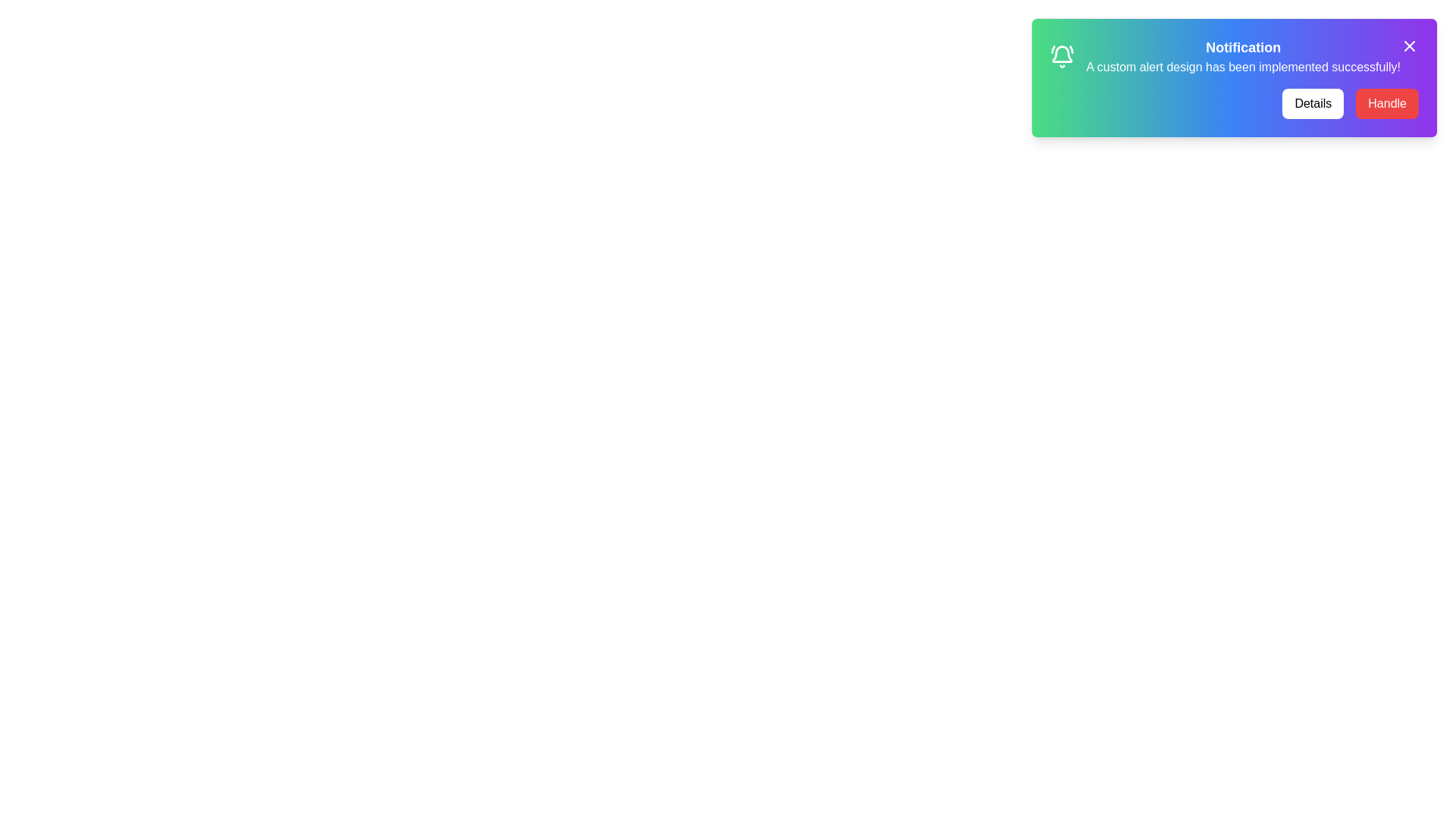 The width and height of the screenshot is (1456, 819). Describe the element at coordinates (1061, 55) in the screenshot. I see `the bell icon to observe the notification` at that location.